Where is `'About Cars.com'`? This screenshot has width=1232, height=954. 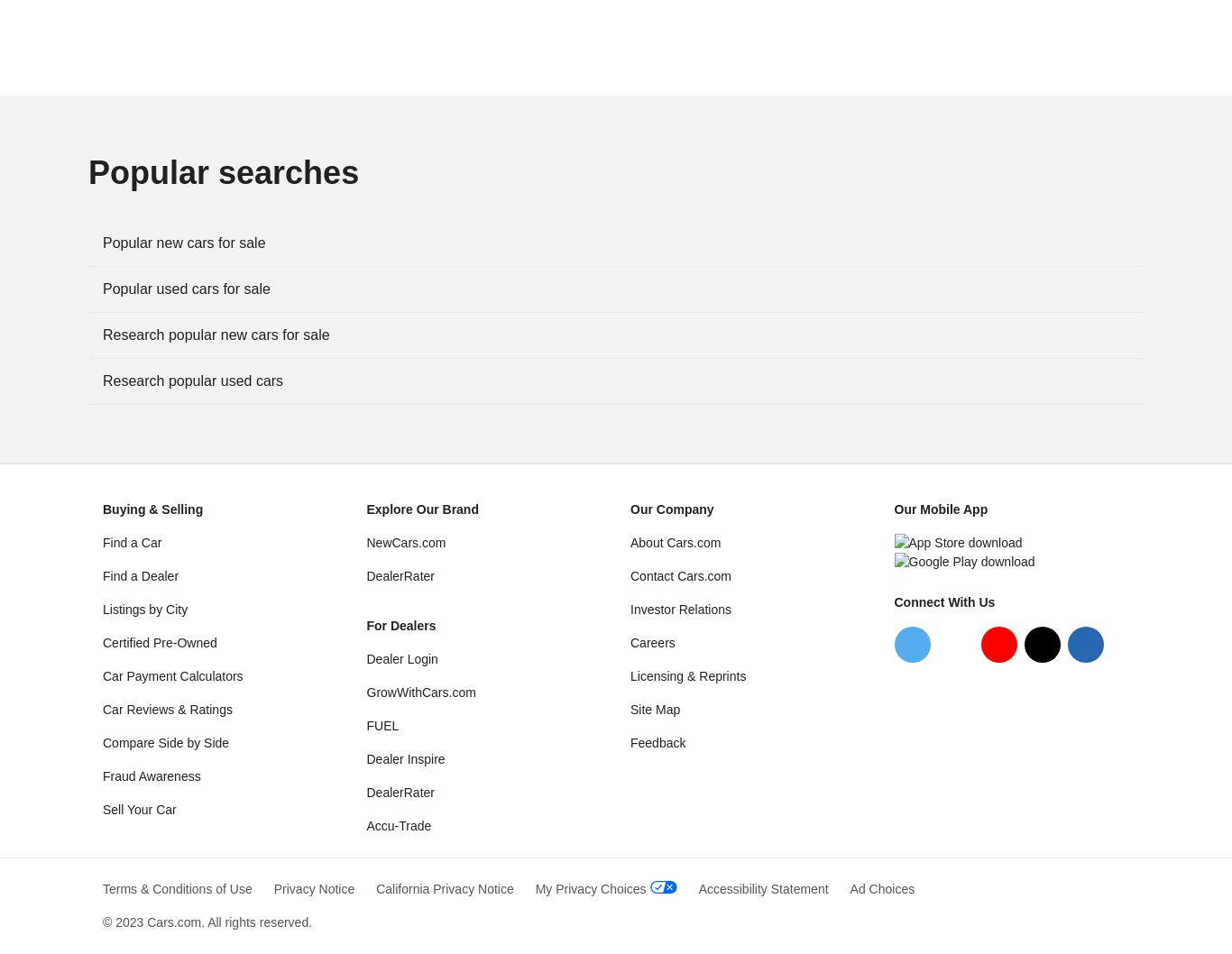 'About Cars.com' is located at coordinates (675, 542).